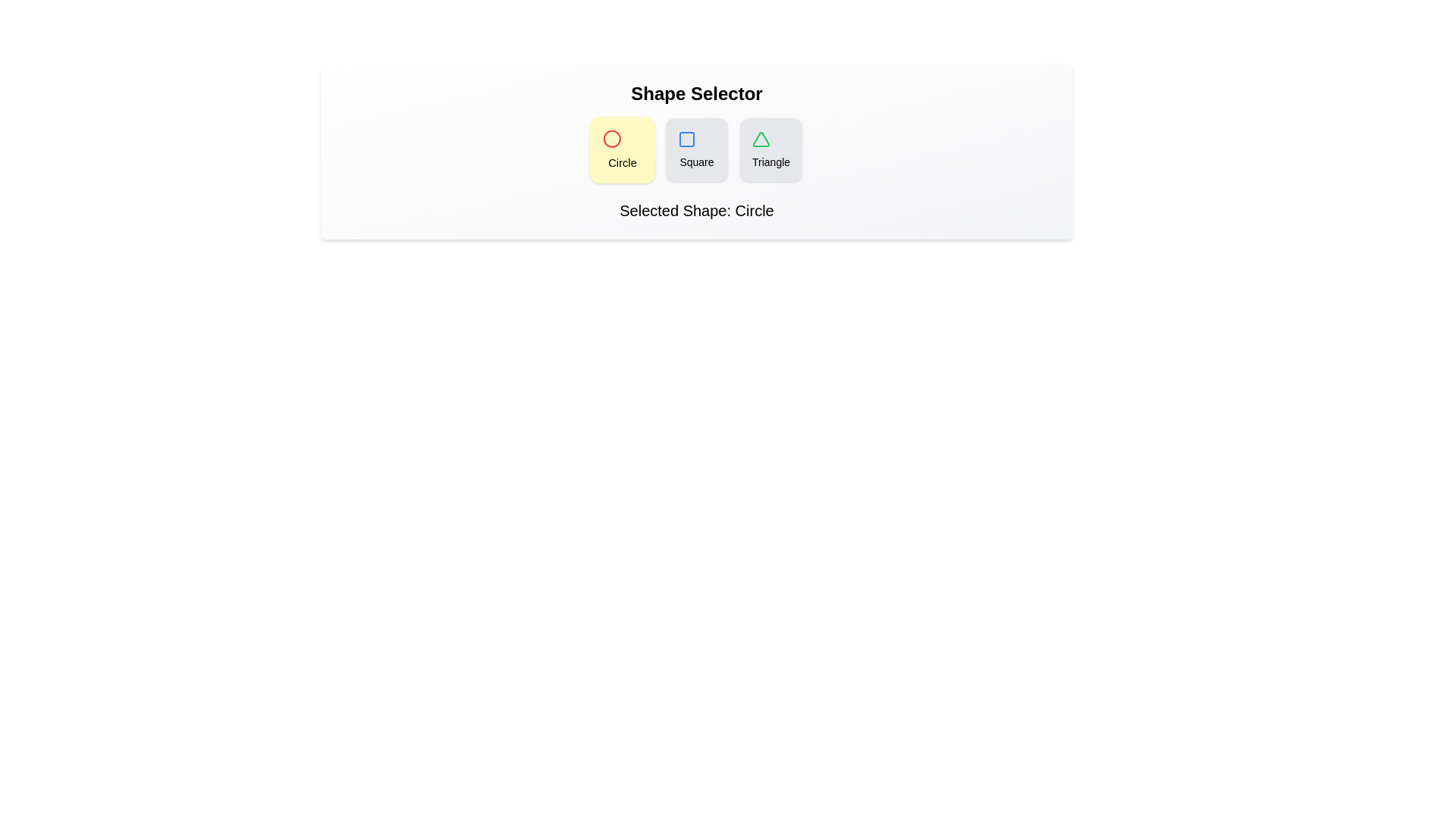 The image size is (1456, 819). I want to click on the button corresponding to Triangle to select it, so click(771, 149).